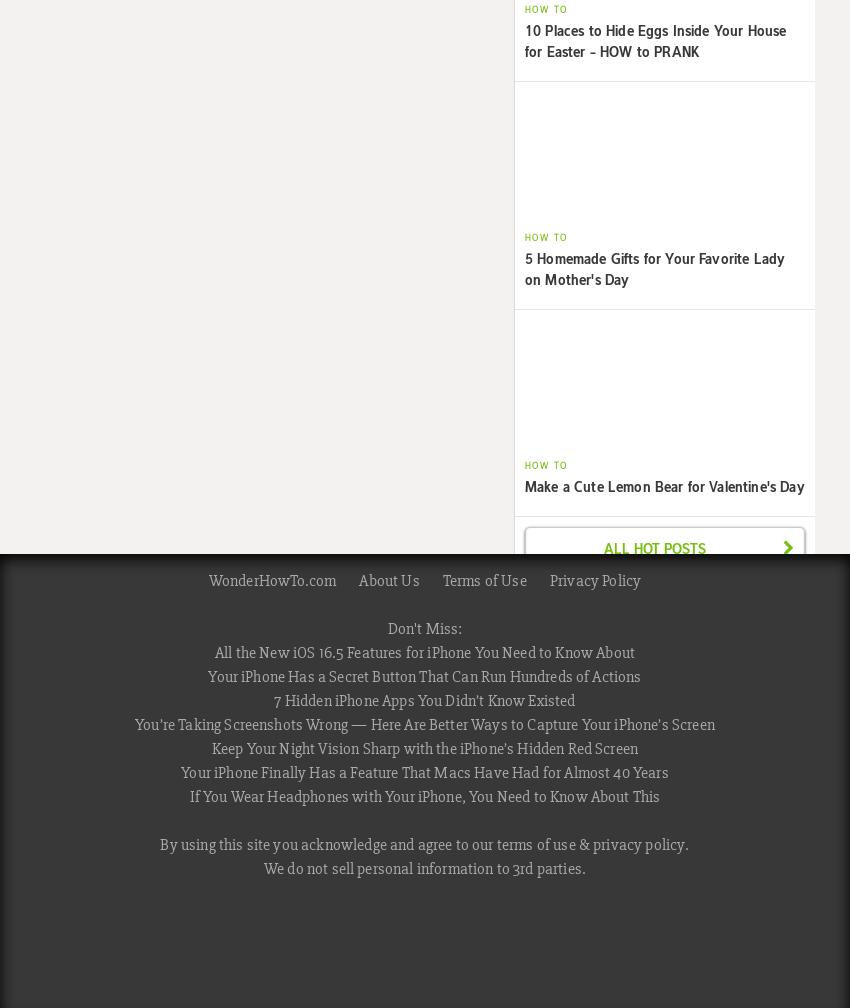 This screenshot has width=850, height=1008. What do you see at coordinates (483, 580) in the screenshot?
I see `'Terms of Use'` at bounding box center [483, 580].